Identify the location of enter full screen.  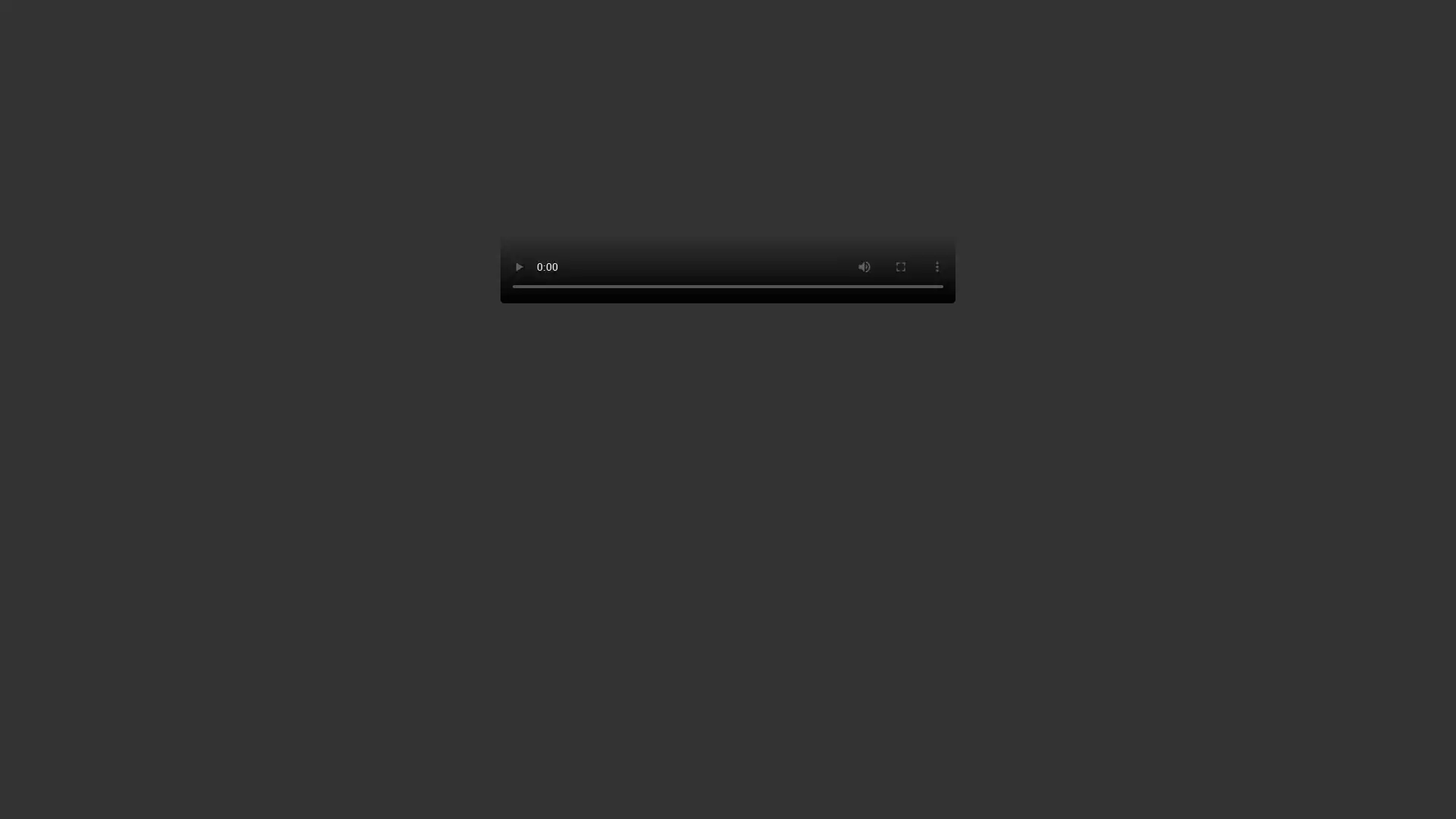
(900, 265).